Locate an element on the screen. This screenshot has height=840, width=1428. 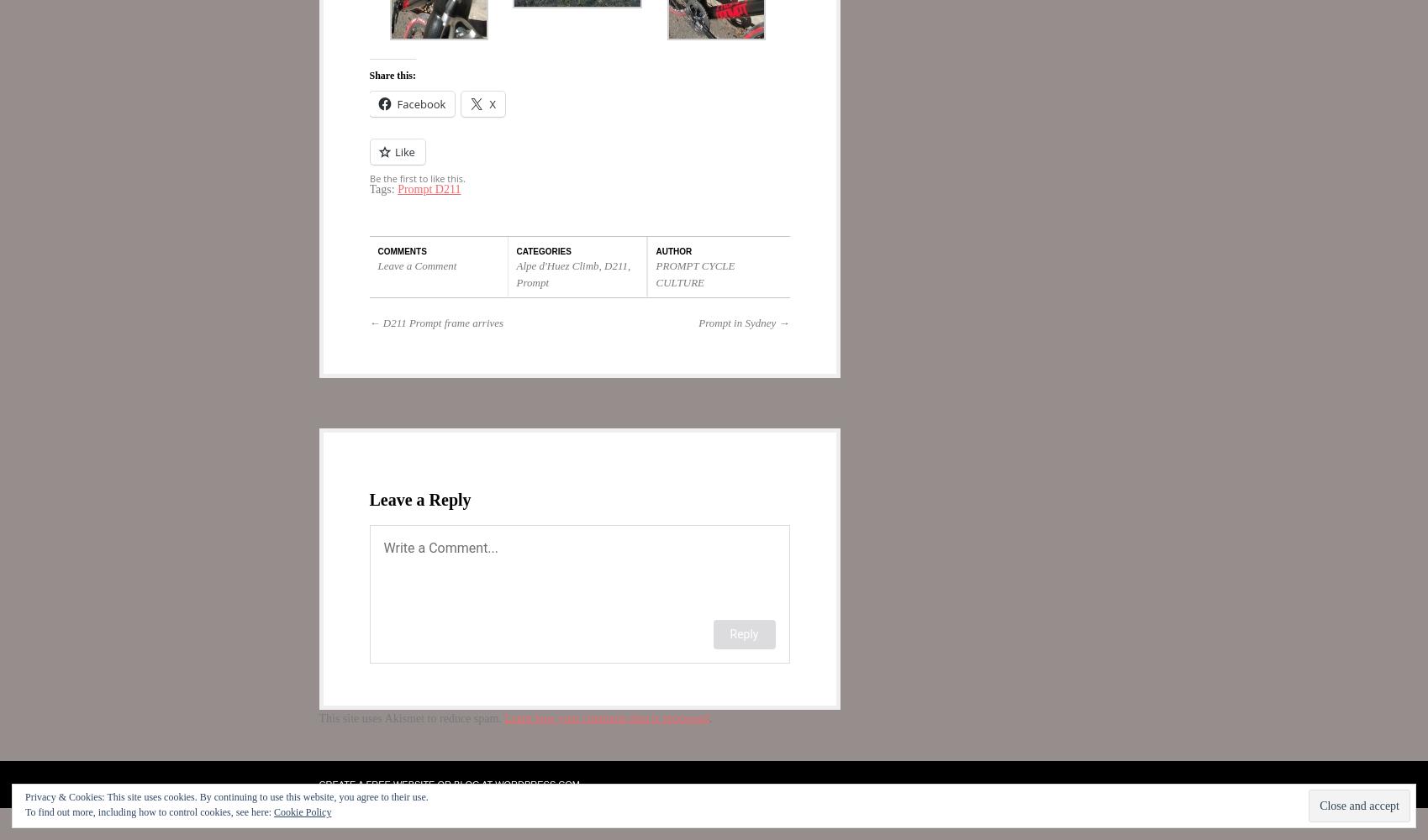
'Leave a Reply' is located at coordinates (369, 498).